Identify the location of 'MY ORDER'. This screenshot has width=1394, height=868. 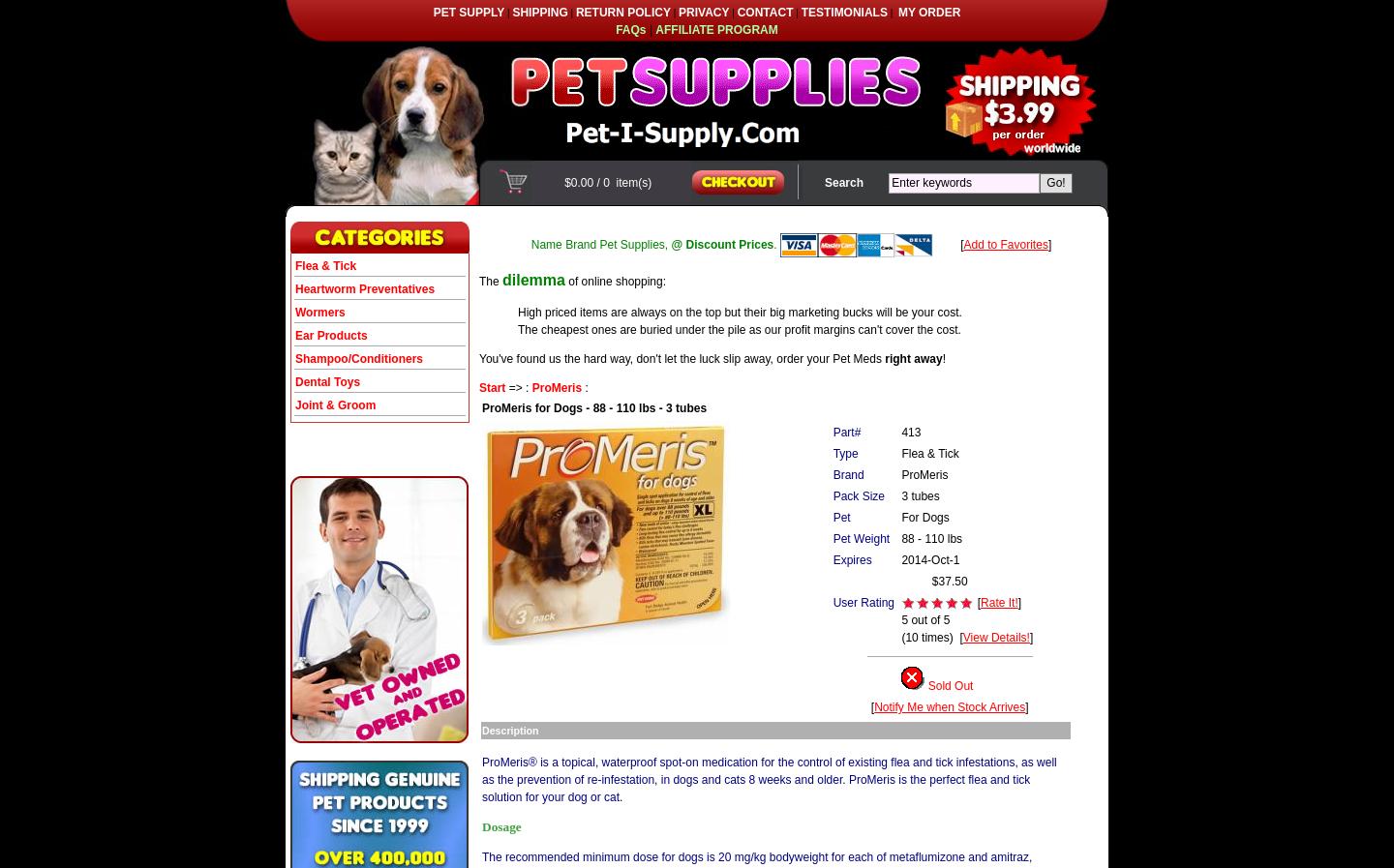
(897, 11).